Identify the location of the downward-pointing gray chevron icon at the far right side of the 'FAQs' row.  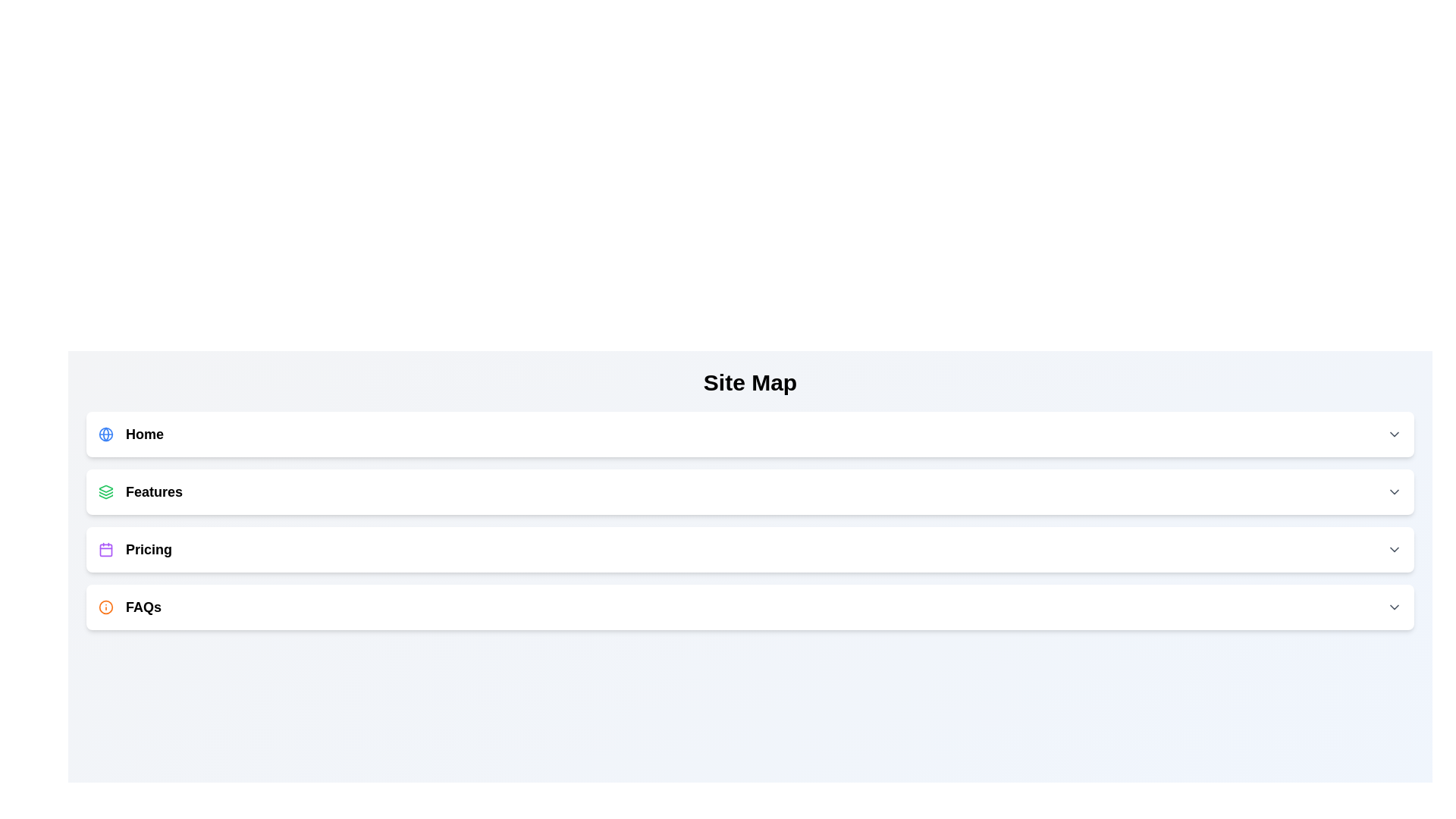
(1394, 607).